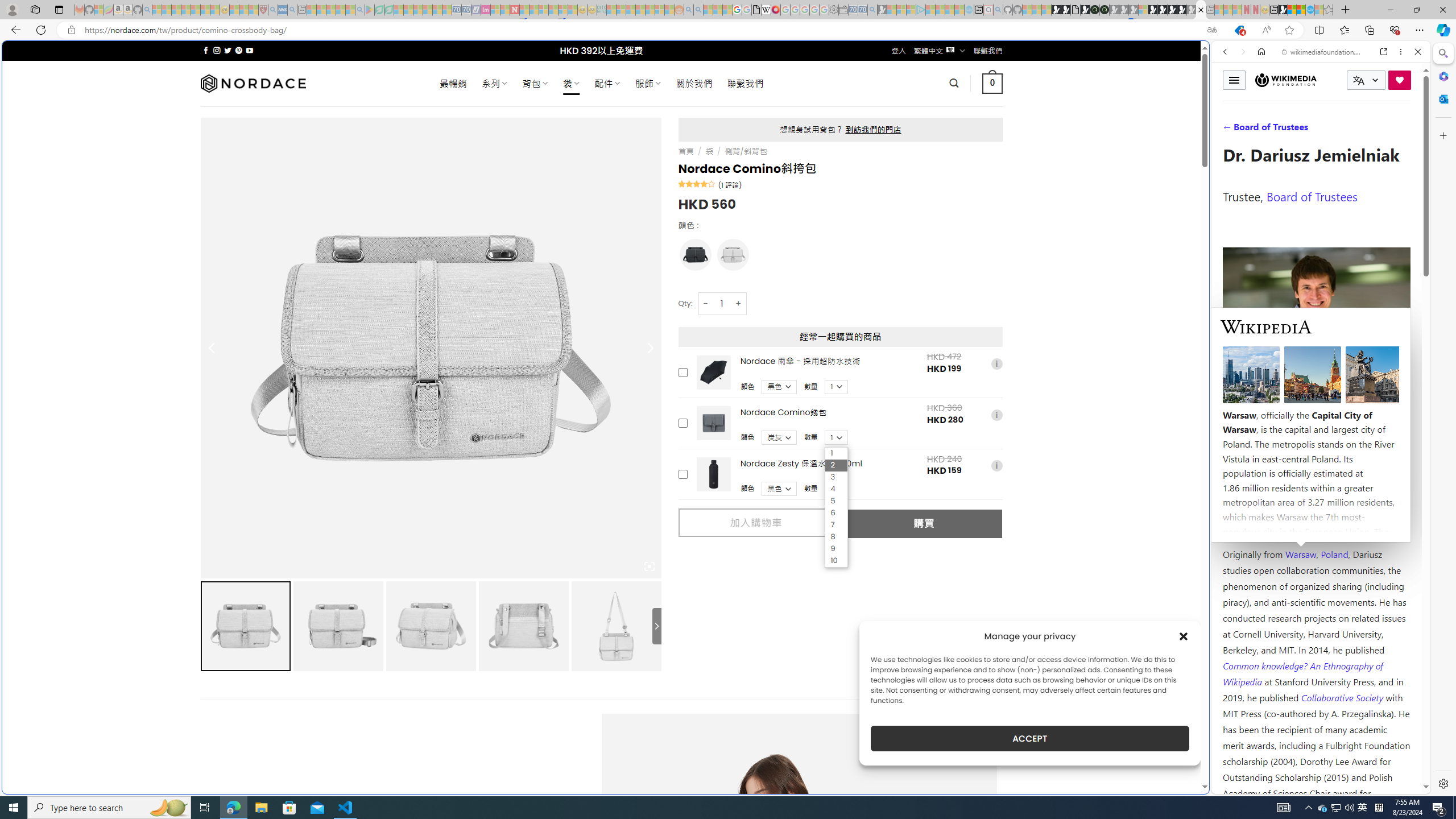 Image resolution: width=1456 pixels, height=819 pixels. I want to click on 'Profile on Meta-Wiki', so click(1273, 405).